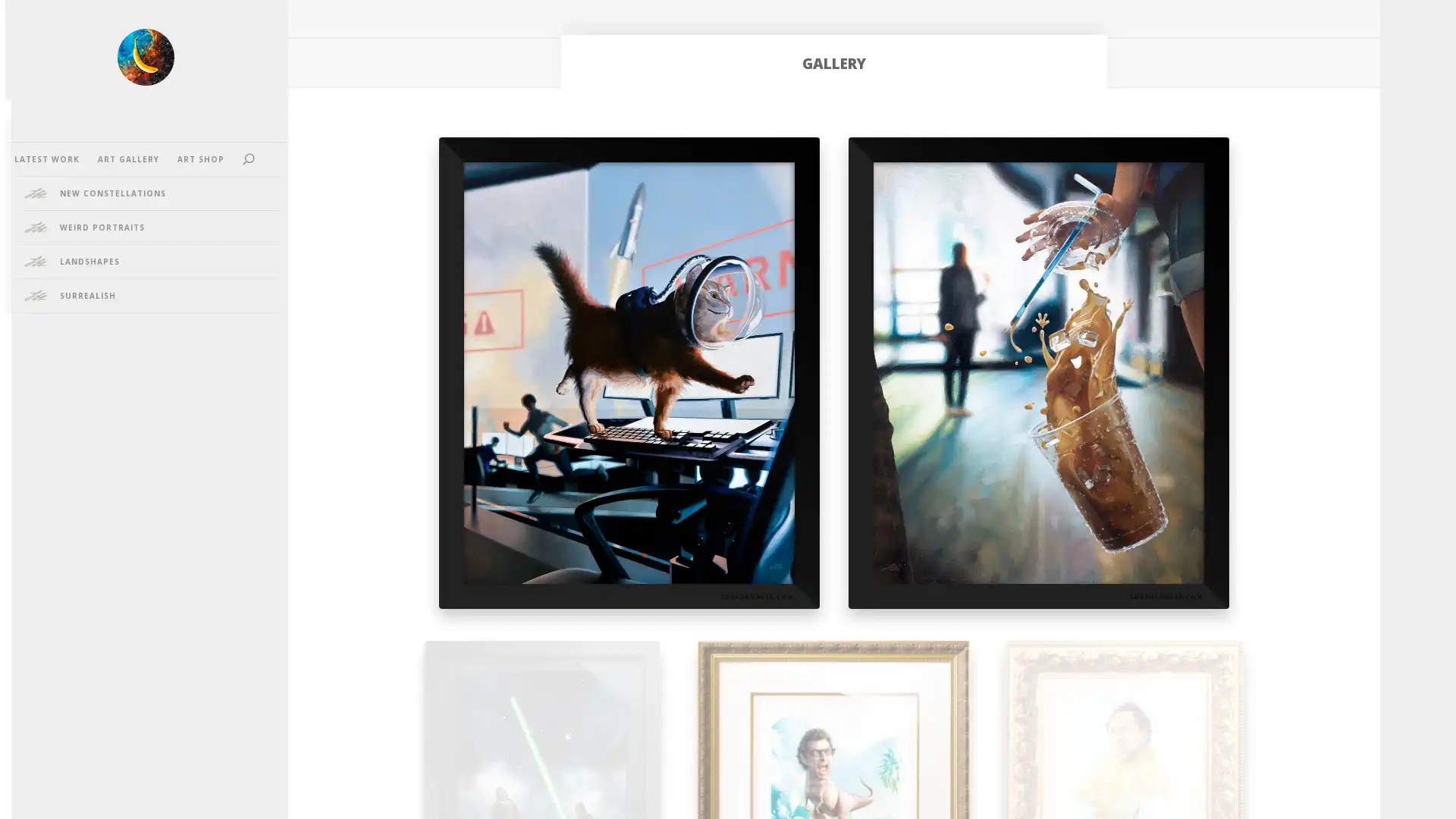  Describe the element at coordinates (263, 158) in the screenshot. I see `U` at that location.